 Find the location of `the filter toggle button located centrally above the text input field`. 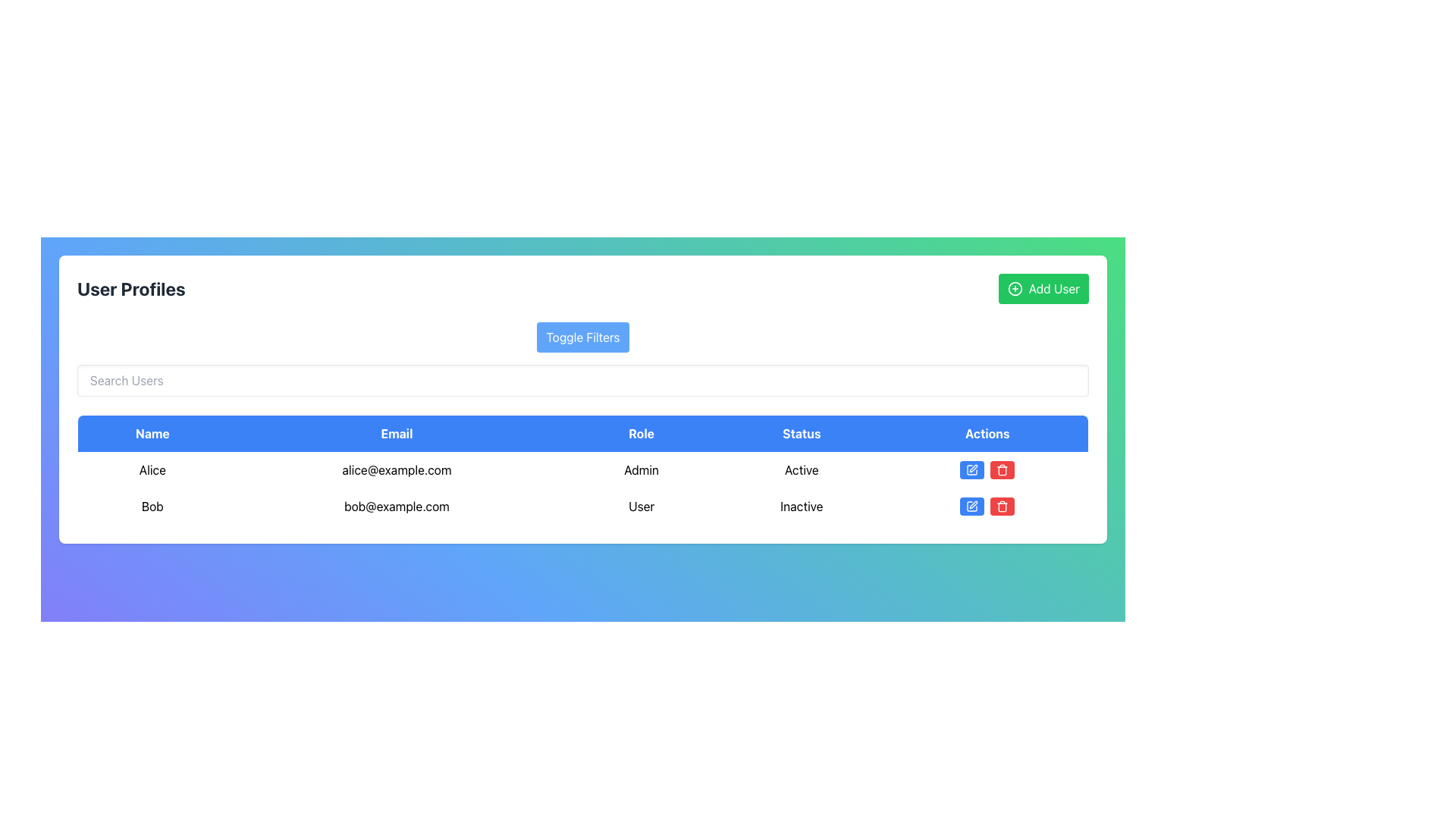

the filter toggle button located centrally above the text input field is located at coordinates (582, 336).